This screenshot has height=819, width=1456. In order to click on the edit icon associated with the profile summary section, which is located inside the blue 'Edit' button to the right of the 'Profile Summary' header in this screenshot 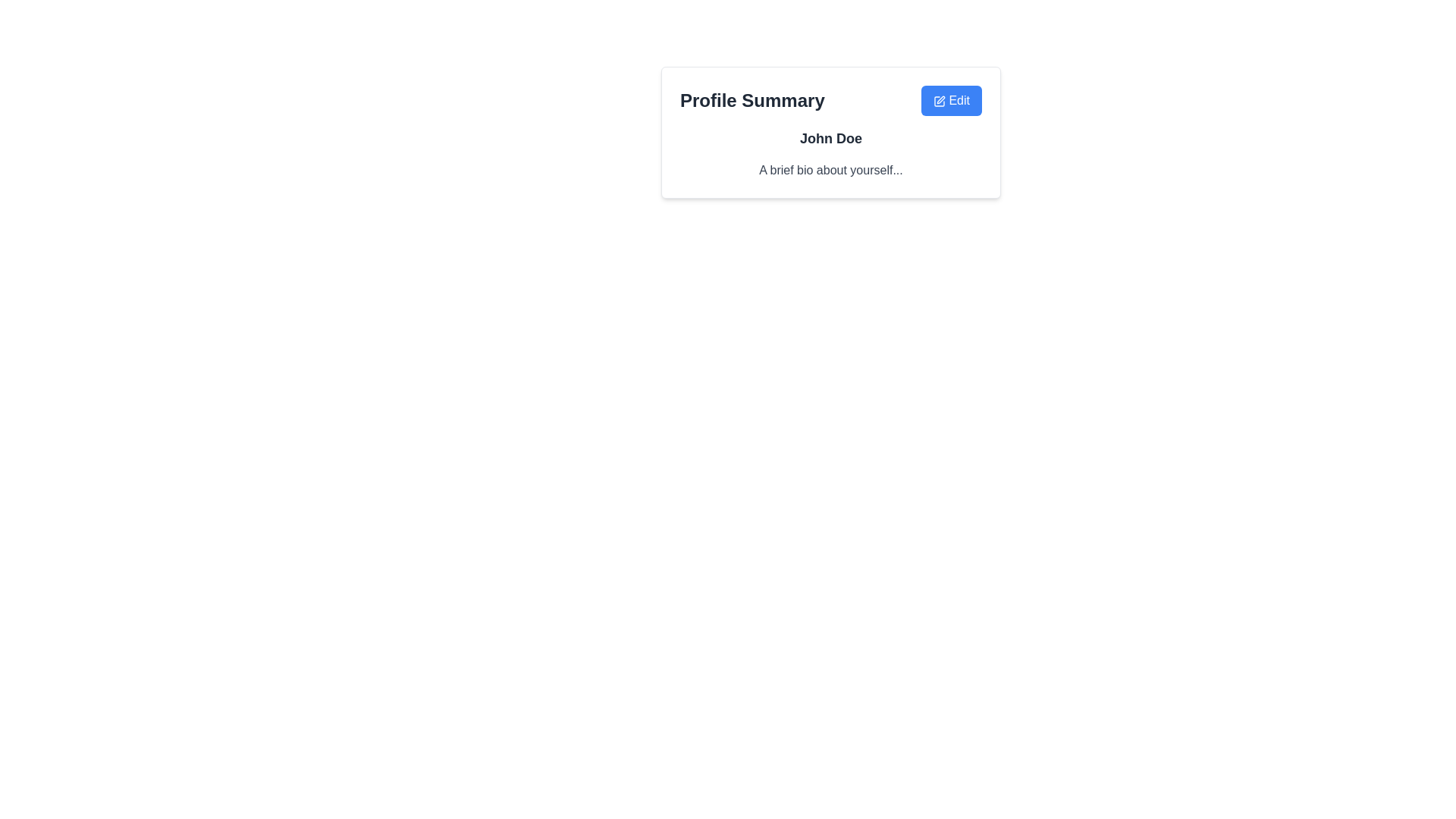, I will do `click(938, 101)`.